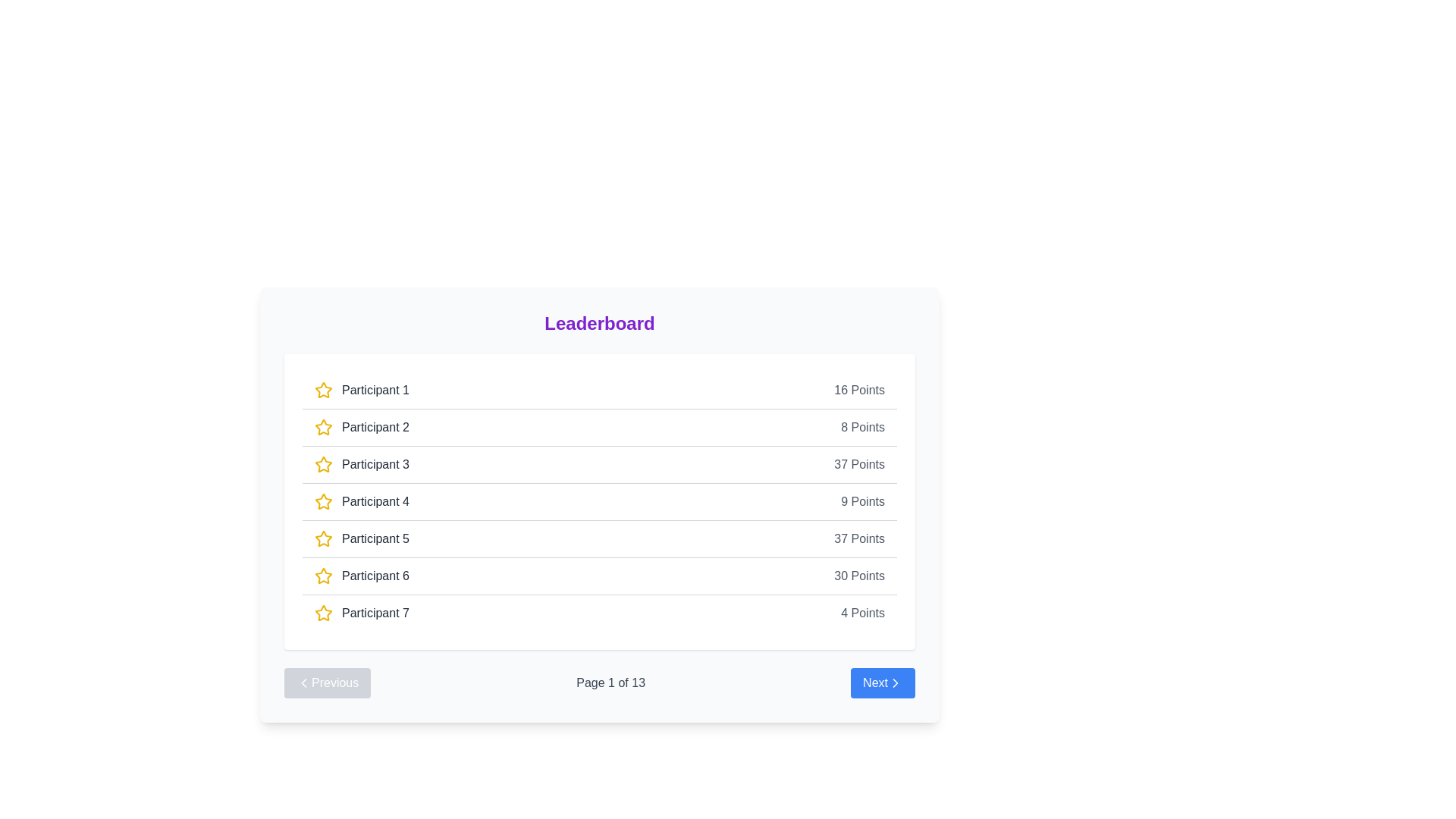  Describe the element at coordinates (323, 502) in the screenshot. I see `the star icon that indicates highlight or favorite status for the participant in the fourth row of the leaderboard, located to the left of 'Participant 4'` at that location.